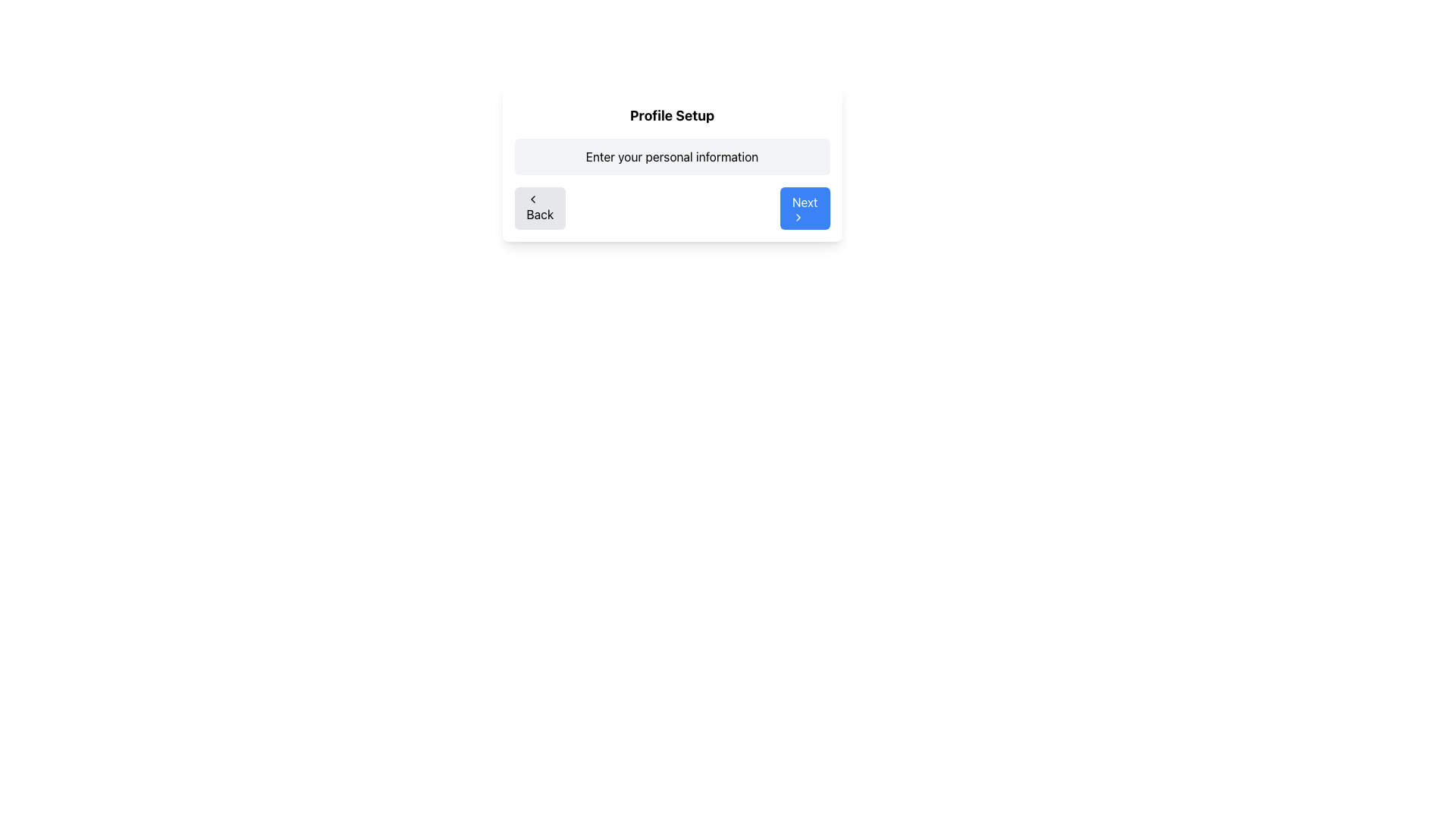 The image size is (1456, 819). What do you see at coordinates (671, 110) in the screenshot?
I see `text labeled 'Profile Setup' which is a bold header located at the top of the content card` at bounding box center [671, 110].